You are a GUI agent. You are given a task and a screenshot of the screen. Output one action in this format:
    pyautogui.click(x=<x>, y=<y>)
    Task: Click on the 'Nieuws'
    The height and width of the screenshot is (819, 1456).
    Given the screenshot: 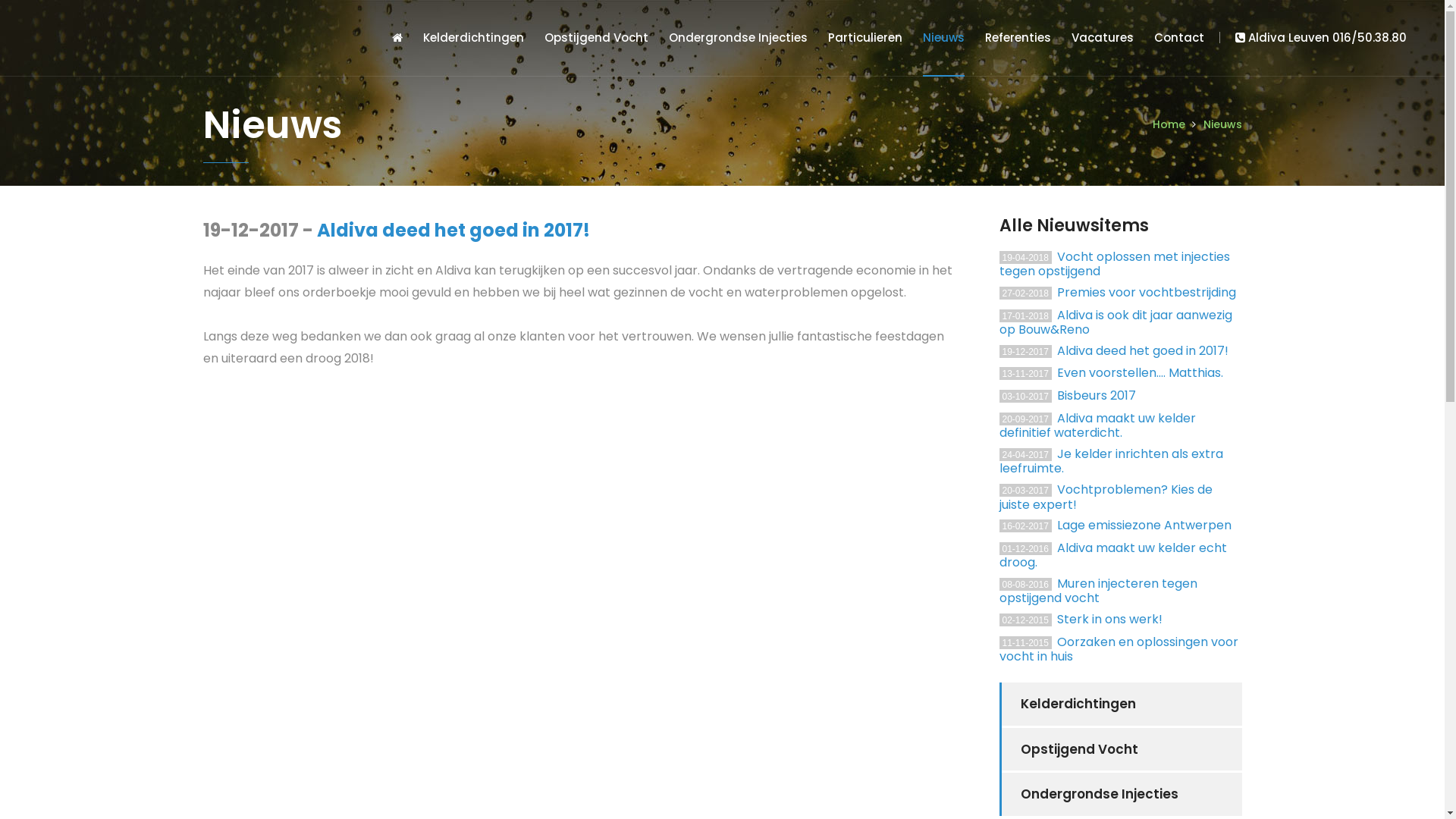 What is the action you would take?
    pyautogui.click(x=943, y=37)
    